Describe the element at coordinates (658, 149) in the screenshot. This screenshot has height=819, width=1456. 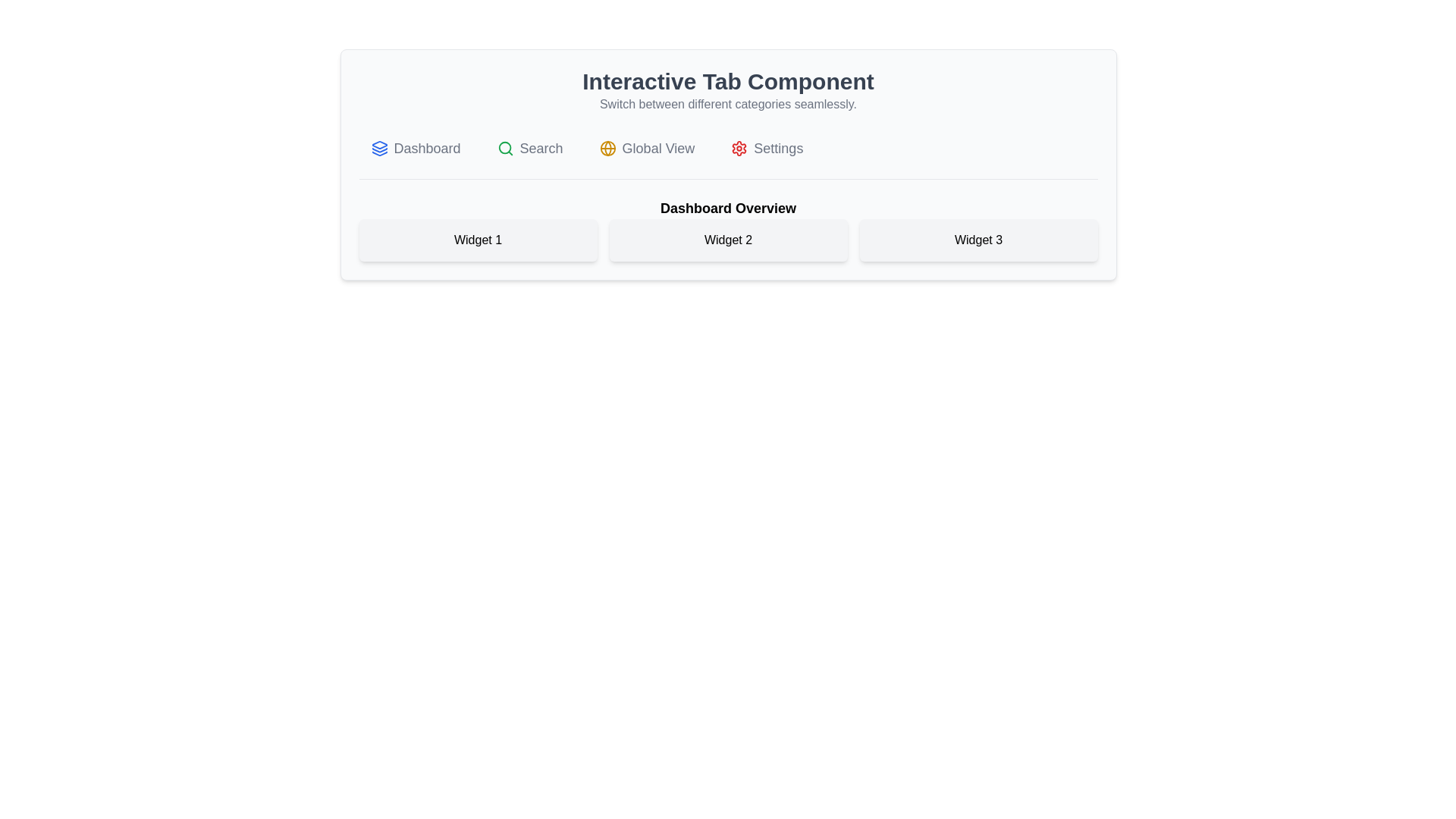
I see `the 'Global View' text label in the navigation bar` at that location.